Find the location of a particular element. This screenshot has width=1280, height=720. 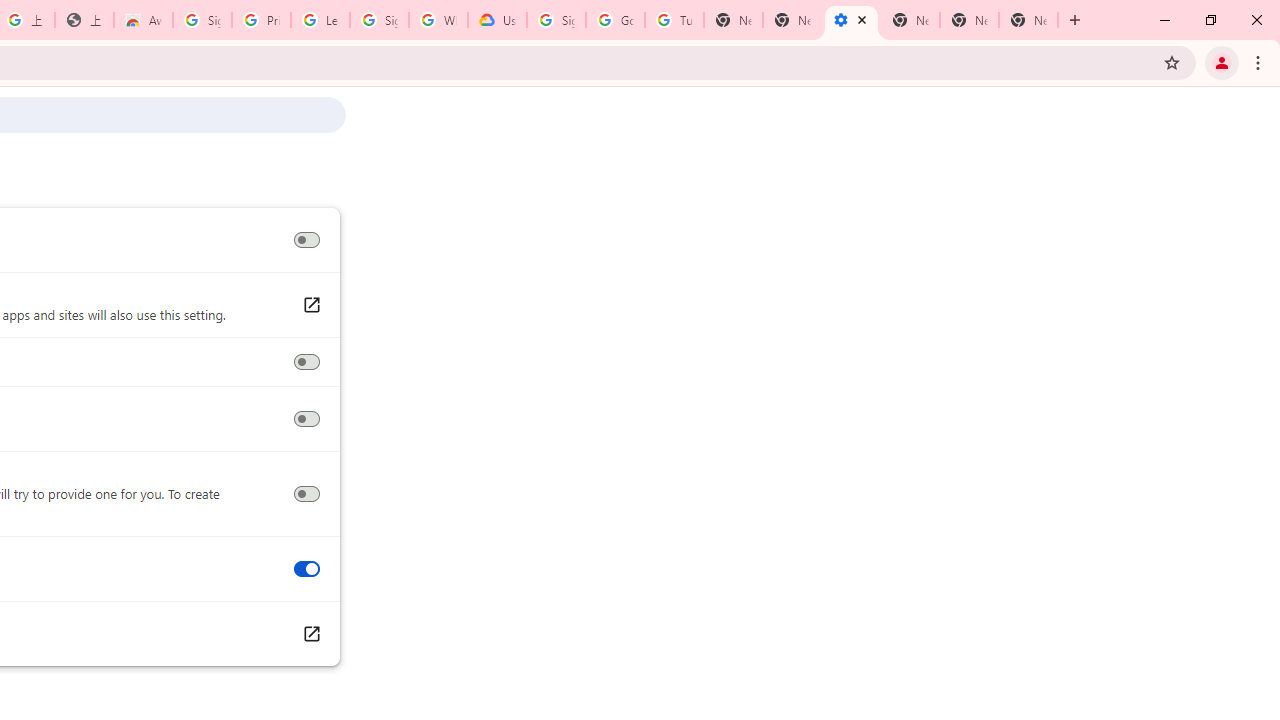

'New Tab' is located at coordinates (1028, 20).